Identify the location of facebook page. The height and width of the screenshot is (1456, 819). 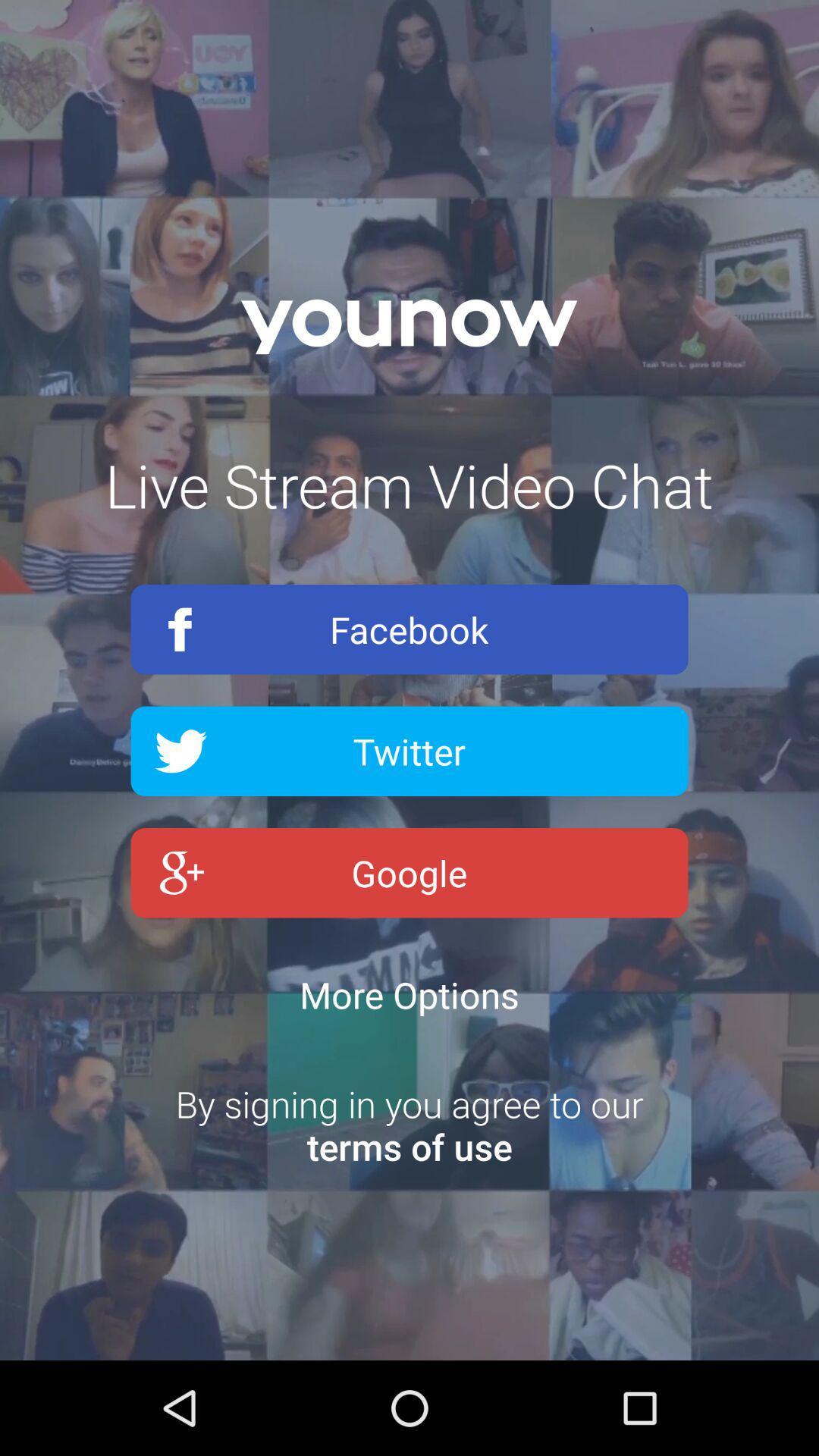
(409, 629).